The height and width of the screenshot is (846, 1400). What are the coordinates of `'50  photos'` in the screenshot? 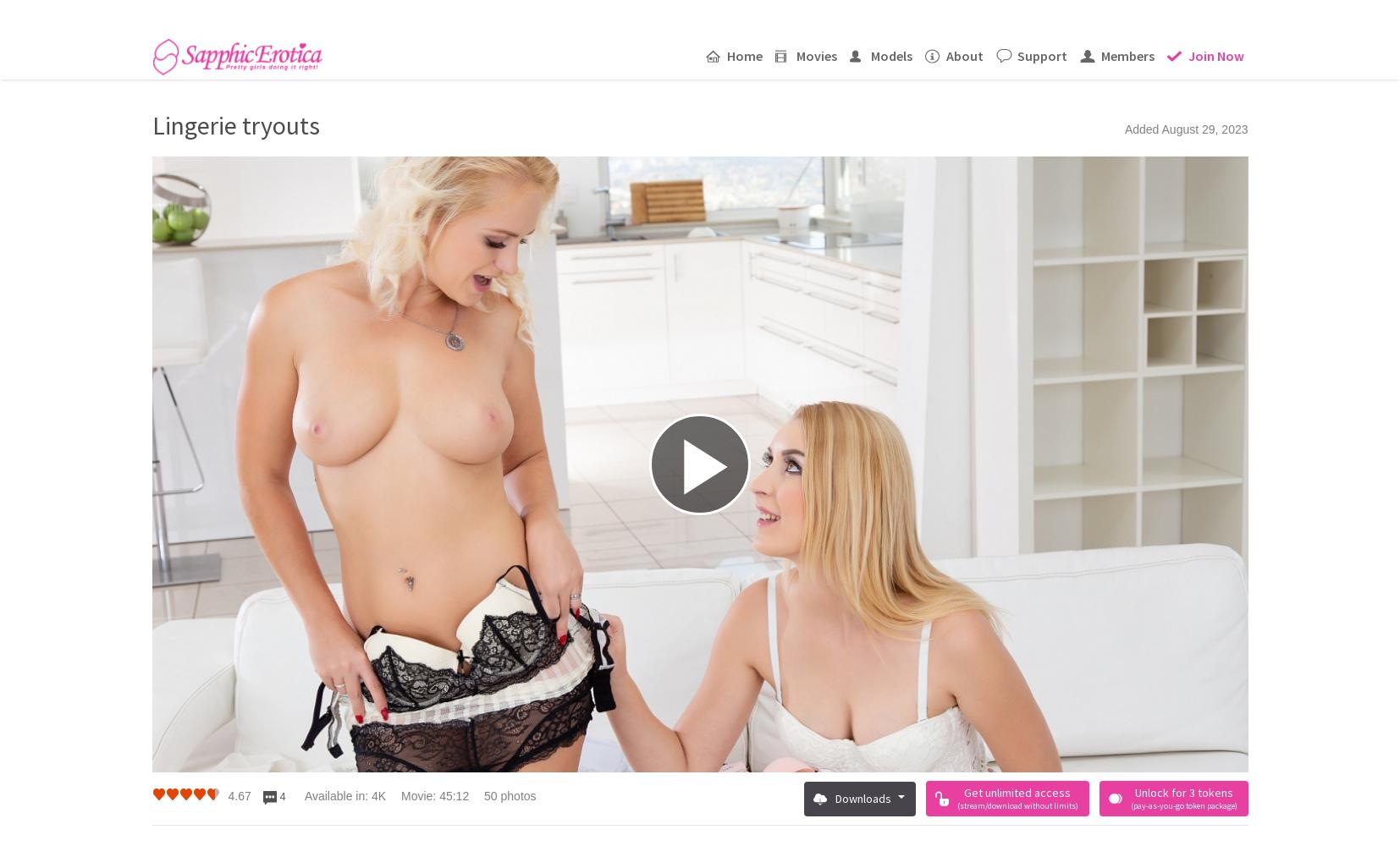 It's located at (510, 795).